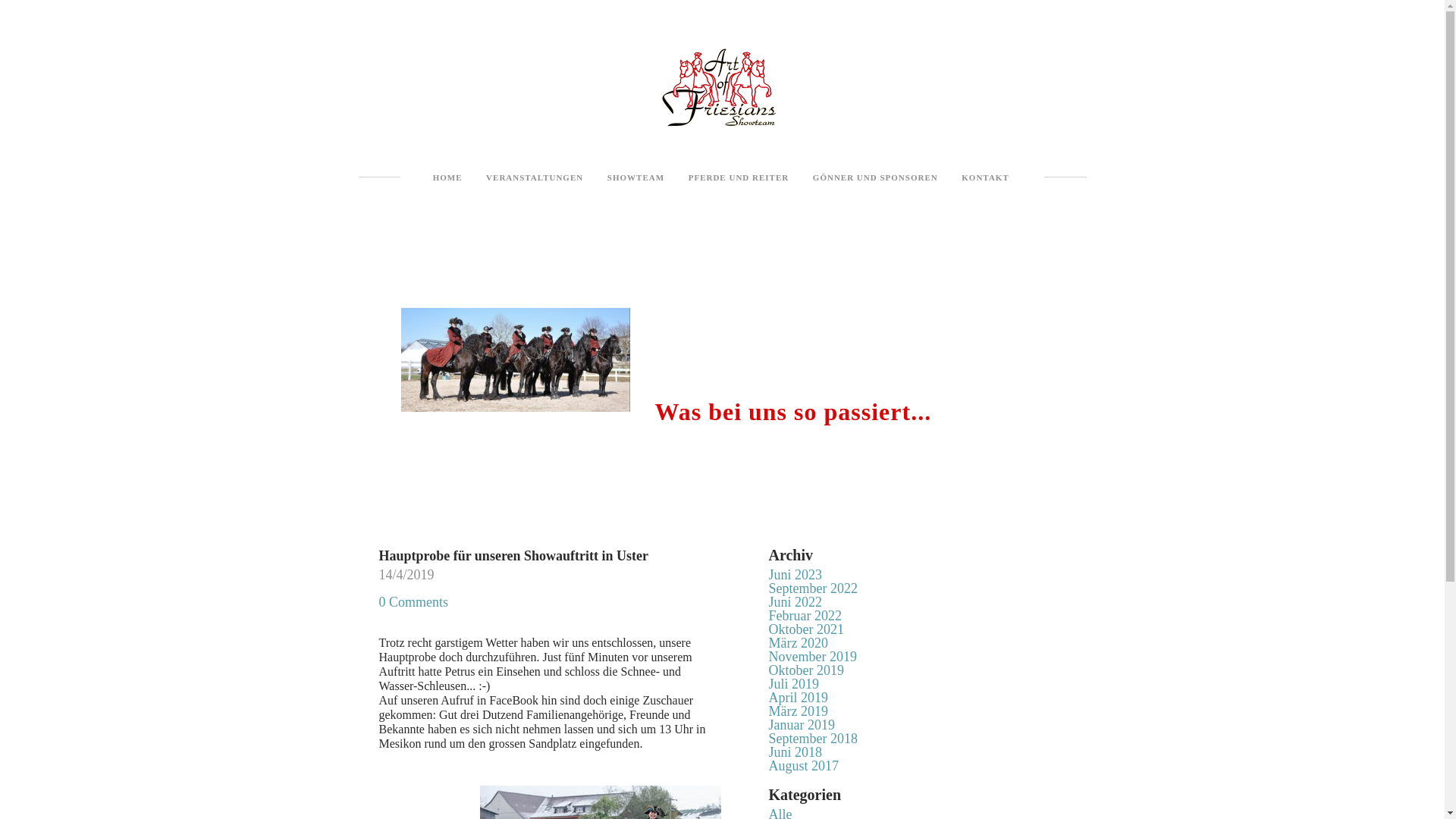 Image resolution: width=1456 pixels, height=819 pixels. What do you see at coordinates (801, 724) in the screenshot?
I see `'Januar 2019'` at bounding box center [801, 724].